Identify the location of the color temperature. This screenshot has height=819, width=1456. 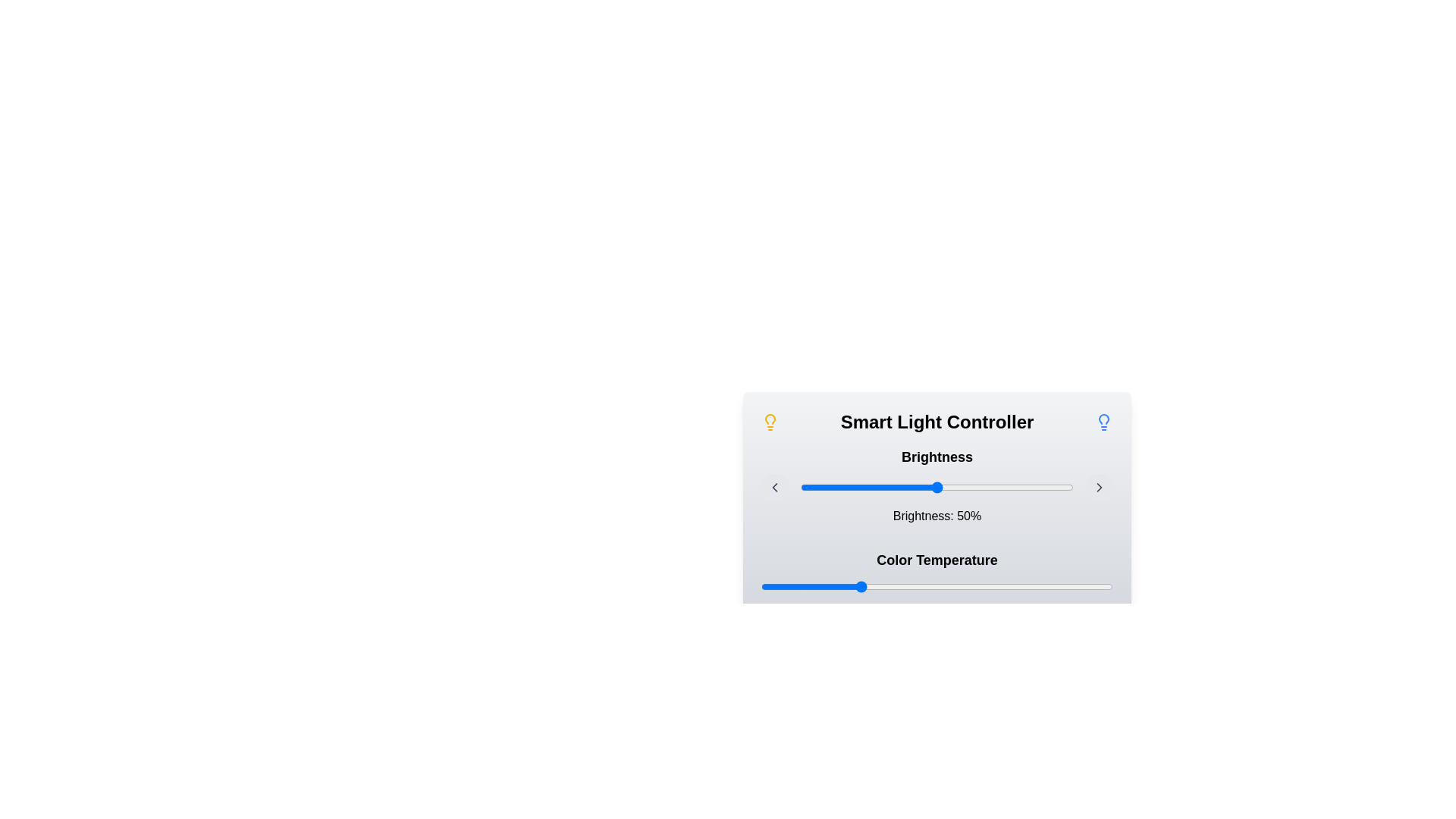
(1081, 586).